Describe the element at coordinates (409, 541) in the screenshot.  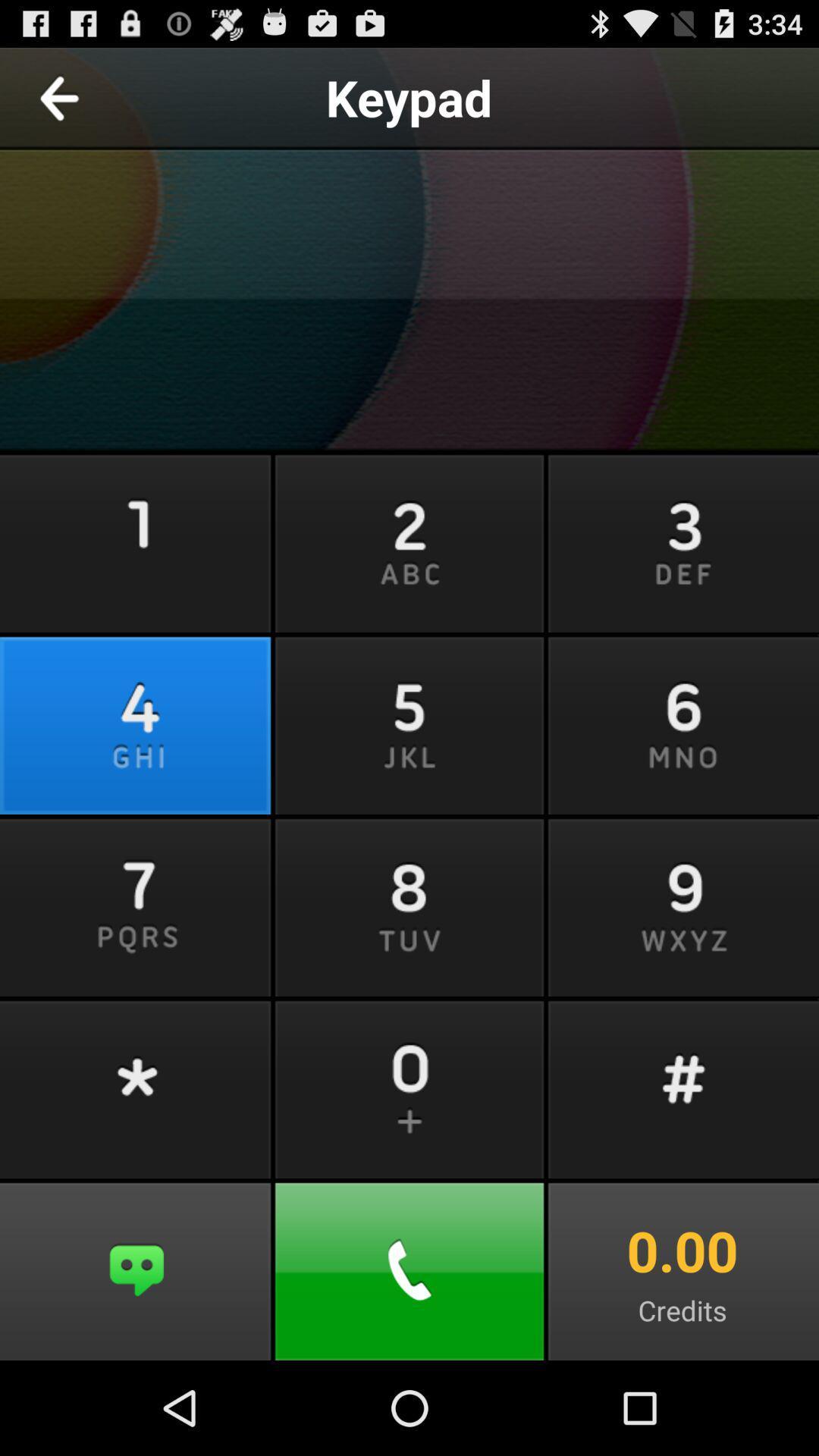
I see `button right to 1` at that location.